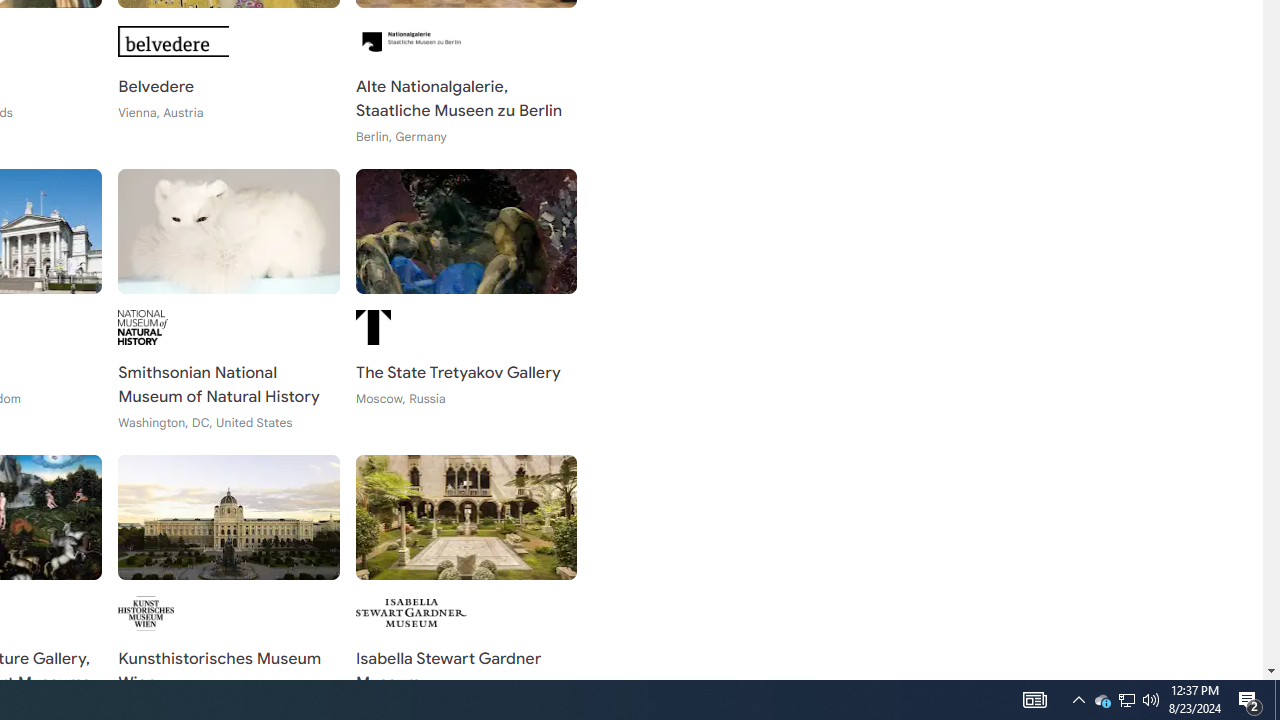 The image size is (1280, 720). I want to click on 'Kunsthistorisches Museum Wien Vienna, Austria', so click(229, 585).